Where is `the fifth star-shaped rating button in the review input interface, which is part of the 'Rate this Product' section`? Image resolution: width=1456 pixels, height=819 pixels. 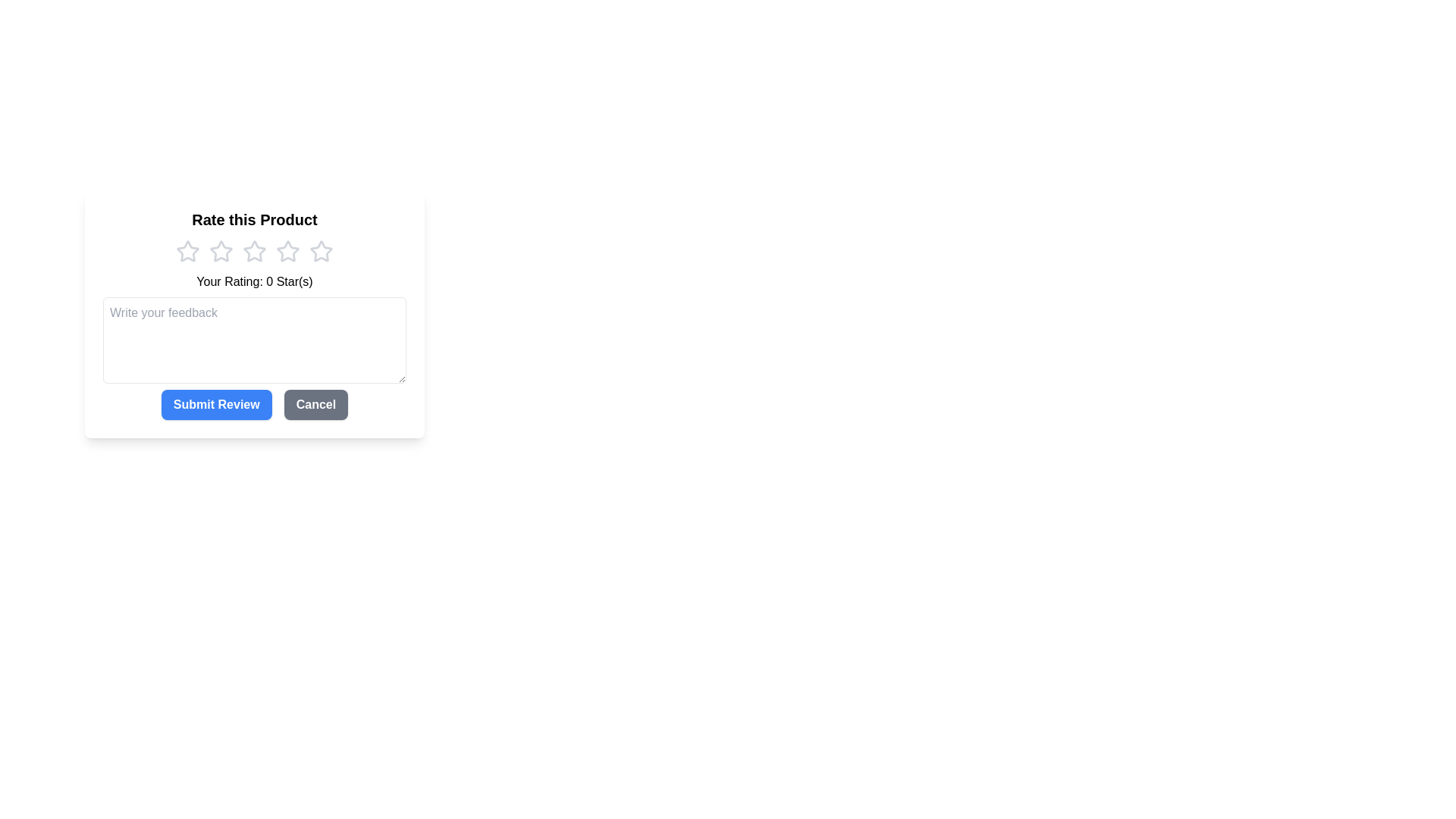 the fifth star-shaped rating button in the review input interface, which is part of the 'Rate this Product' section is located at coordinates (320, 250).